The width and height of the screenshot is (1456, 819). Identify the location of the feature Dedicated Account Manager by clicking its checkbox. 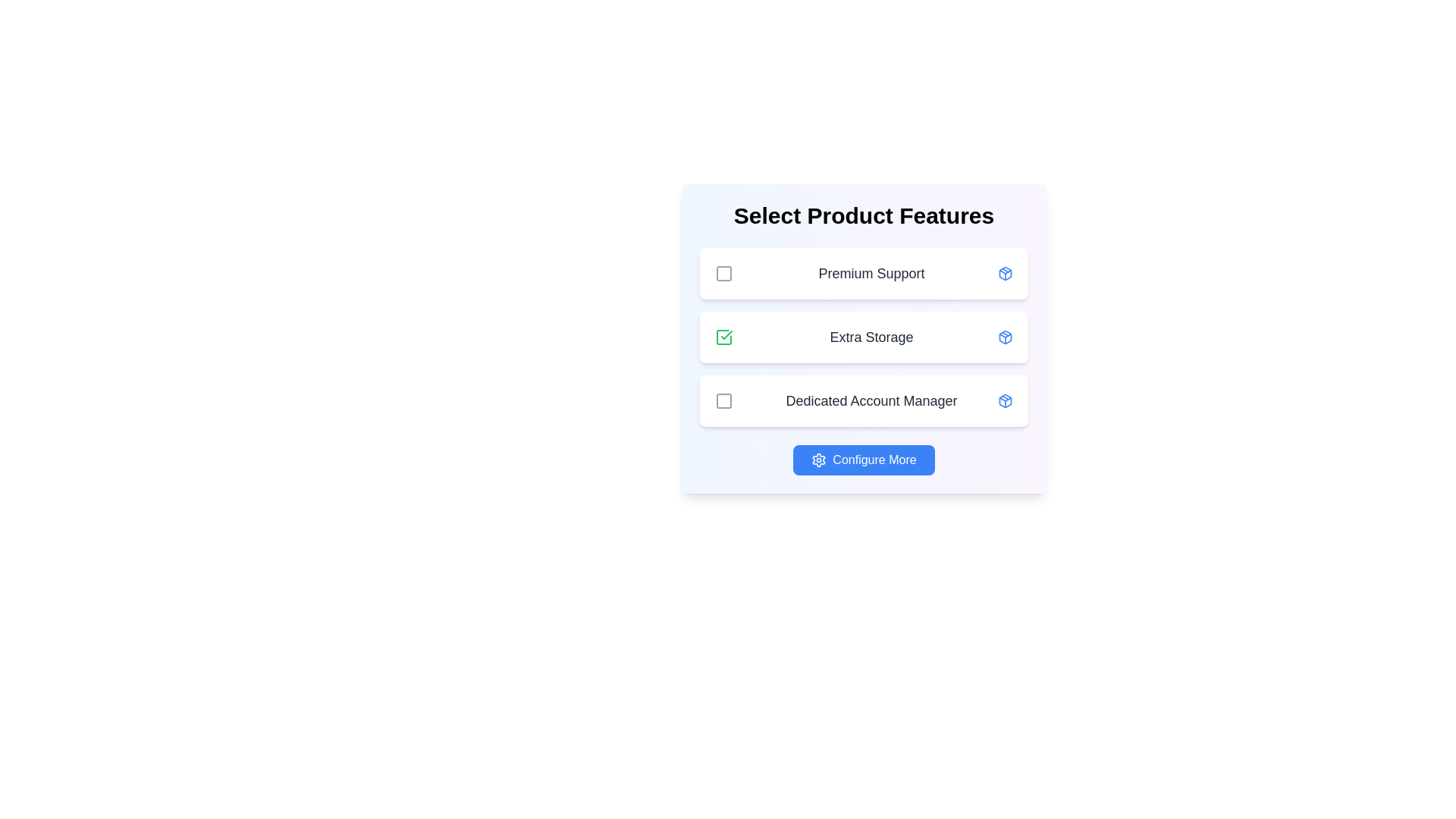
(723, 400).